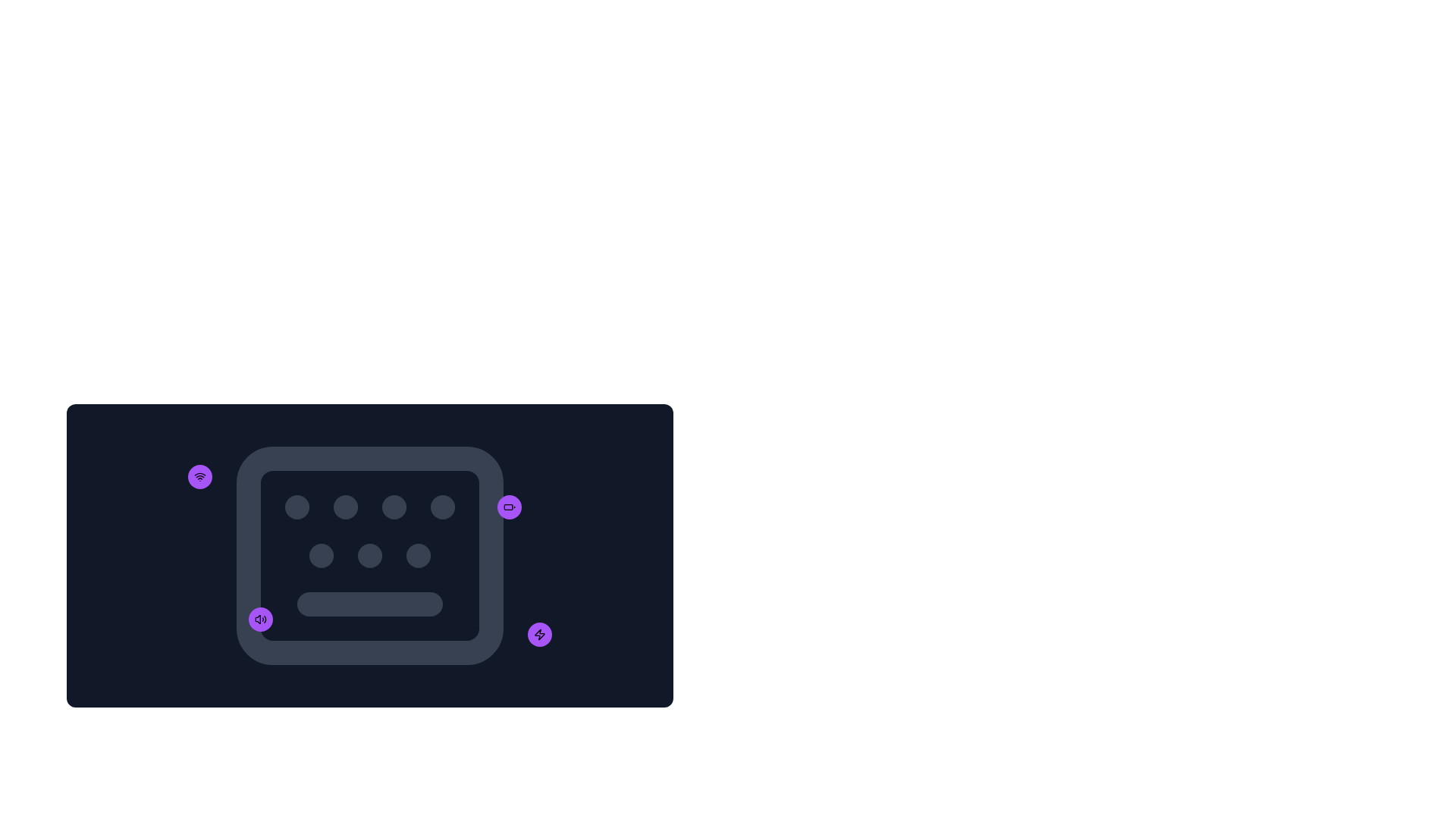 The image size is (1456, 819). Describe the element at coordinates (199, 475) in the screenshot. I see `the Wi-Fi button located in the top left quadrant of the dark-themed interface` at that location.